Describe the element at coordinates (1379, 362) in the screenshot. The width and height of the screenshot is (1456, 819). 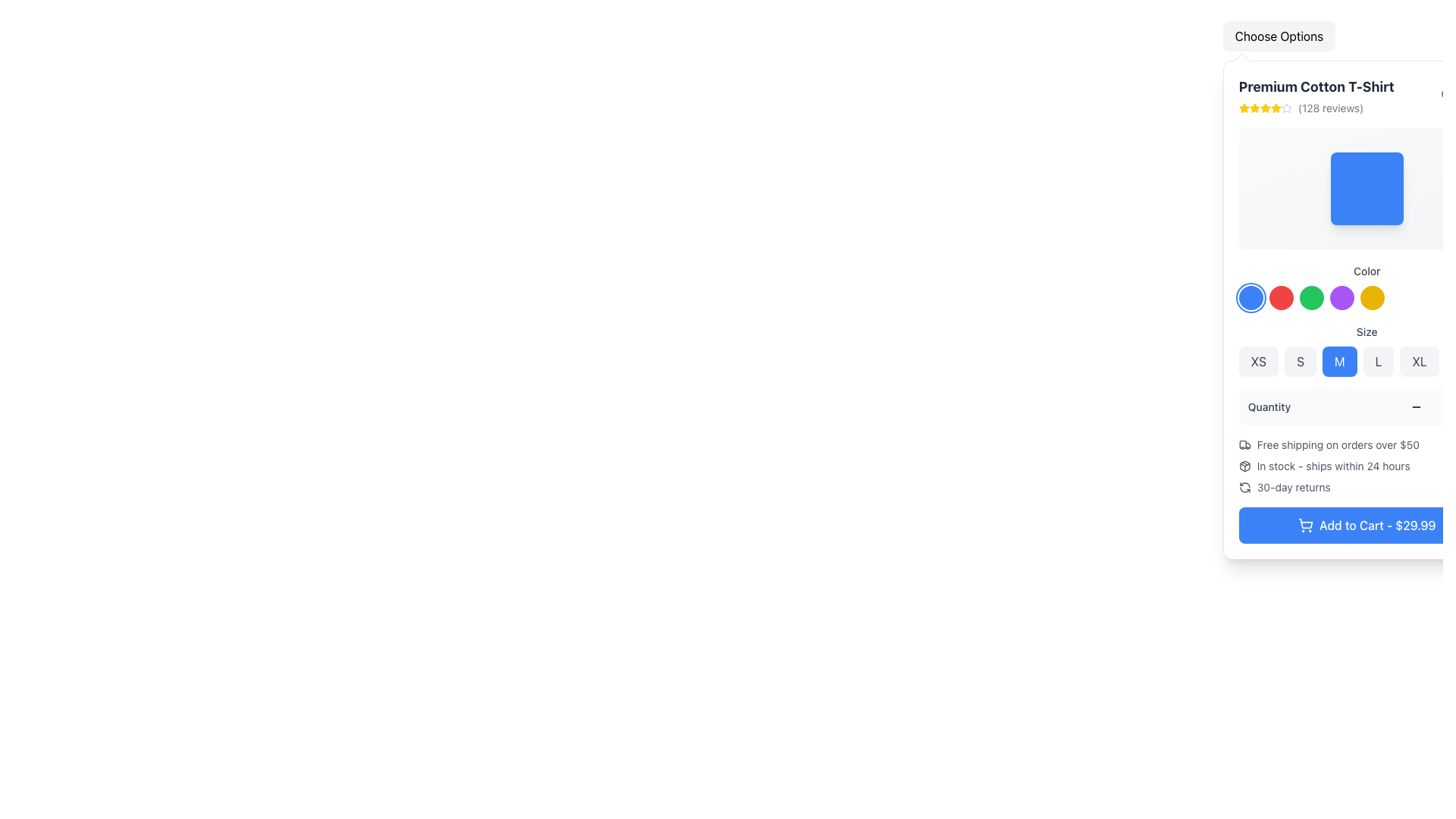
I see `button labeled 'L', which is the fourth button in a series of size buttons with a light gray background that darkens on hover, located on the right side under the 'Size' label` at that location.